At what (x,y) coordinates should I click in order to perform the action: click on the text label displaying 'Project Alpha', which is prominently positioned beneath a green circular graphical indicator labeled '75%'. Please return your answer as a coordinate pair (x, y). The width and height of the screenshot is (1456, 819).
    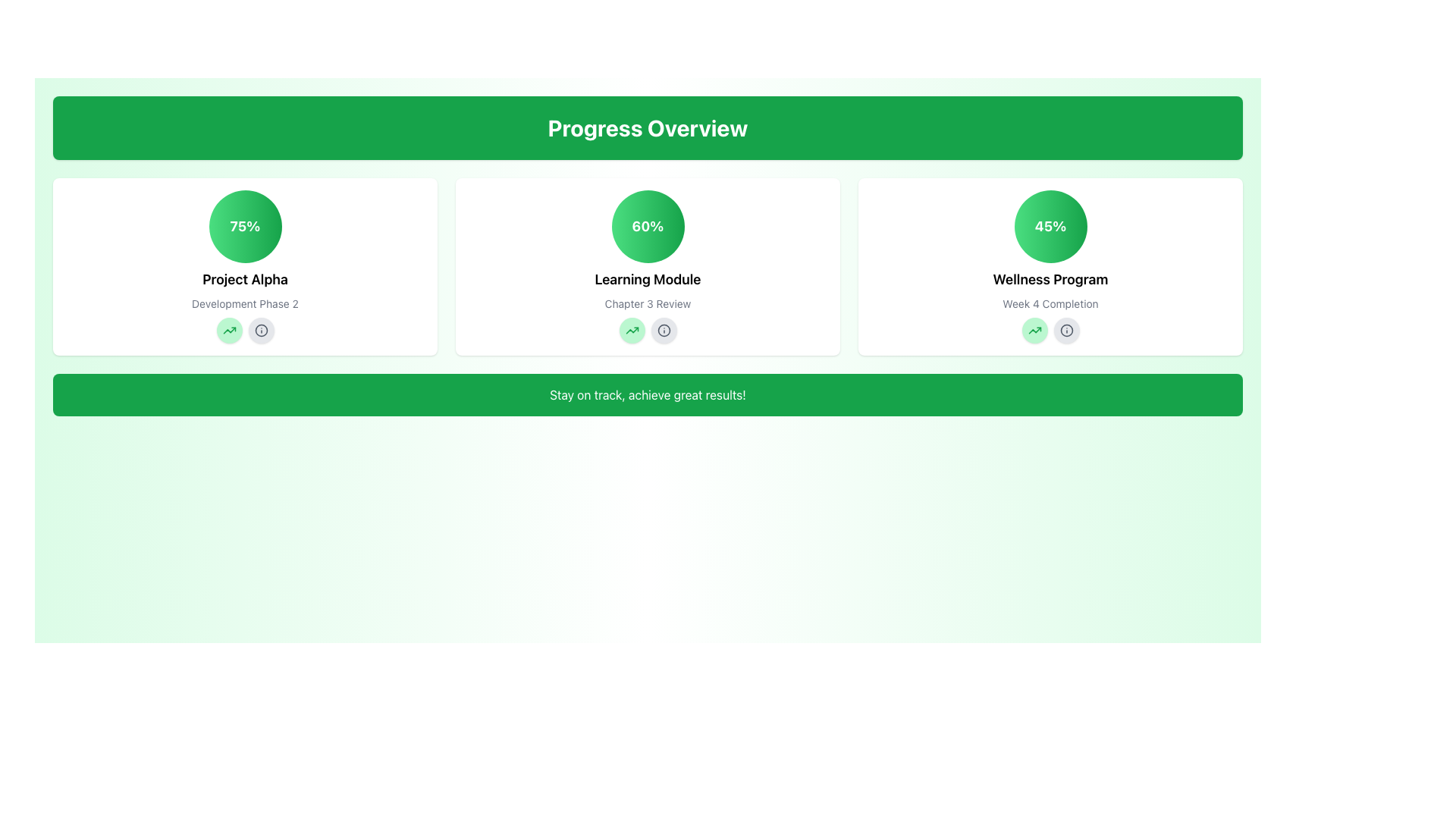
    Looking at the image, I should click on (245, 280).